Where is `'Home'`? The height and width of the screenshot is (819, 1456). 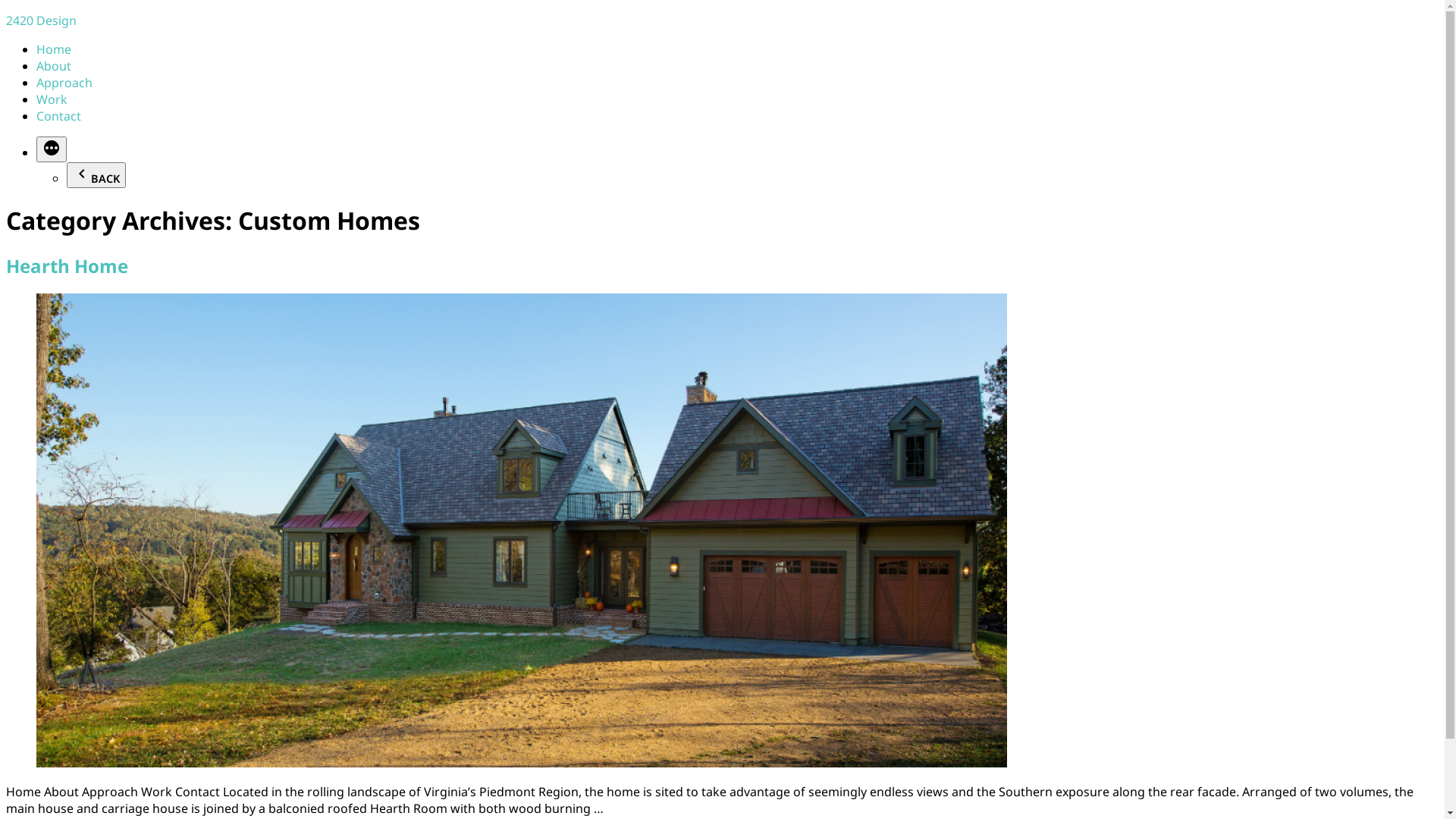 'Home' is located at coordinates (54, 49).